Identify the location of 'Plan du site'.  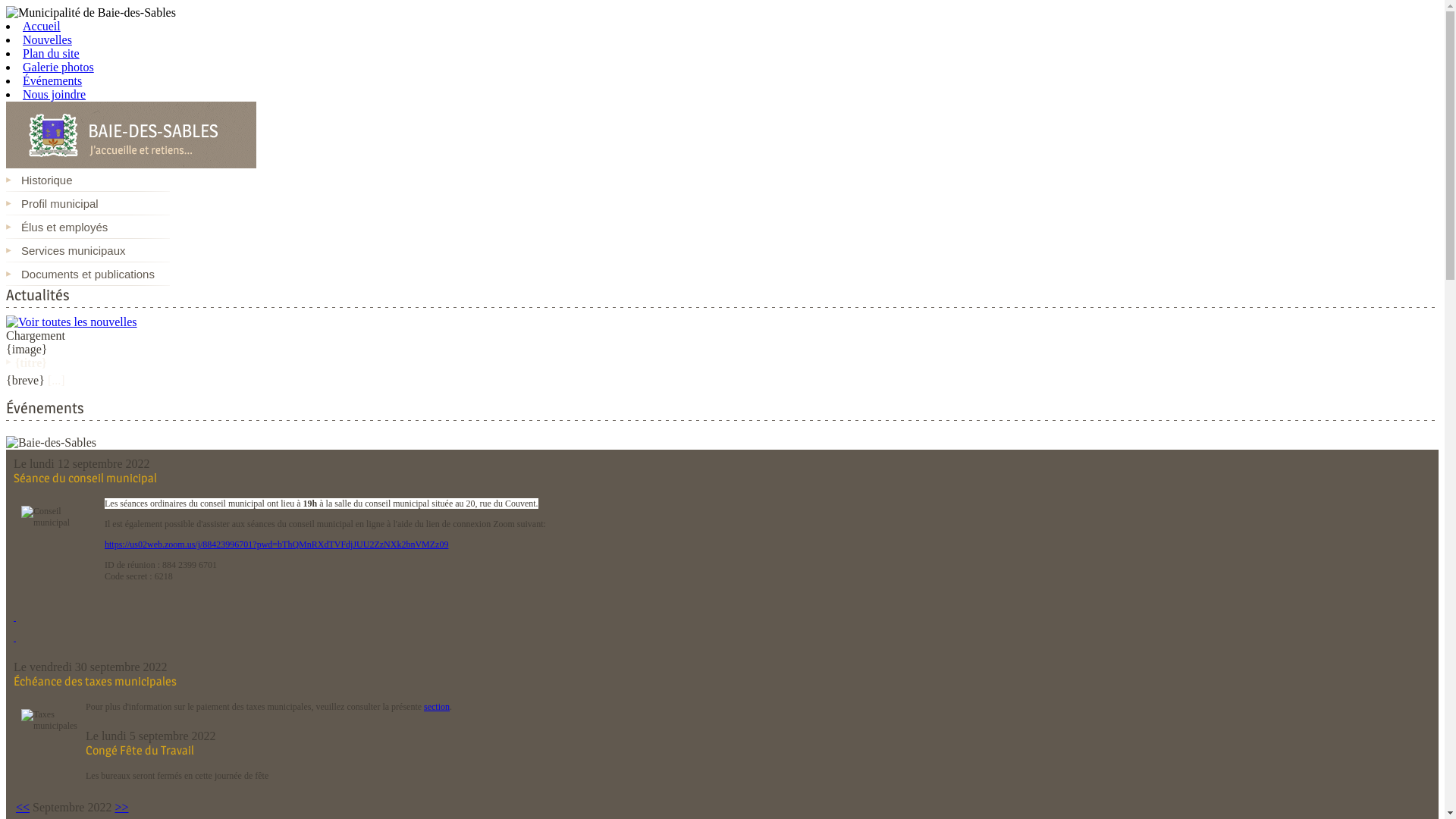
(22, 52).